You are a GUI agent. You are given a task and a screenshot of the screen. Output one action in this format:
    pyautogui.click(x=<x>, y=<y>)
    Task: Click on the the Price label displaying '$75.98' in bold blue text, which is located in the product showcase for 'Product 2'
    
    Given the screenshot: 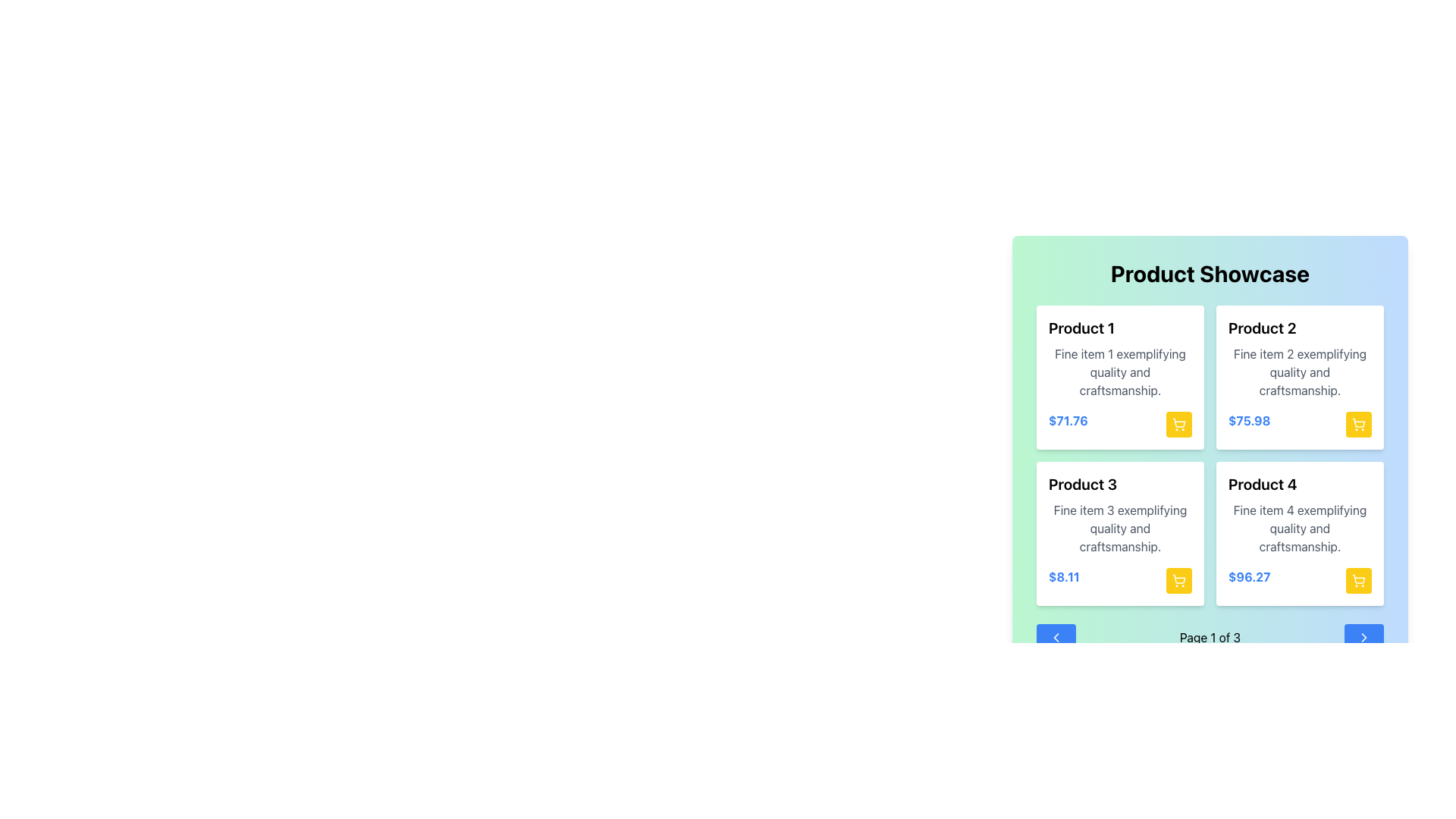 What is the action you would take?
    pyautogui.click(x=1249, y=424)
    